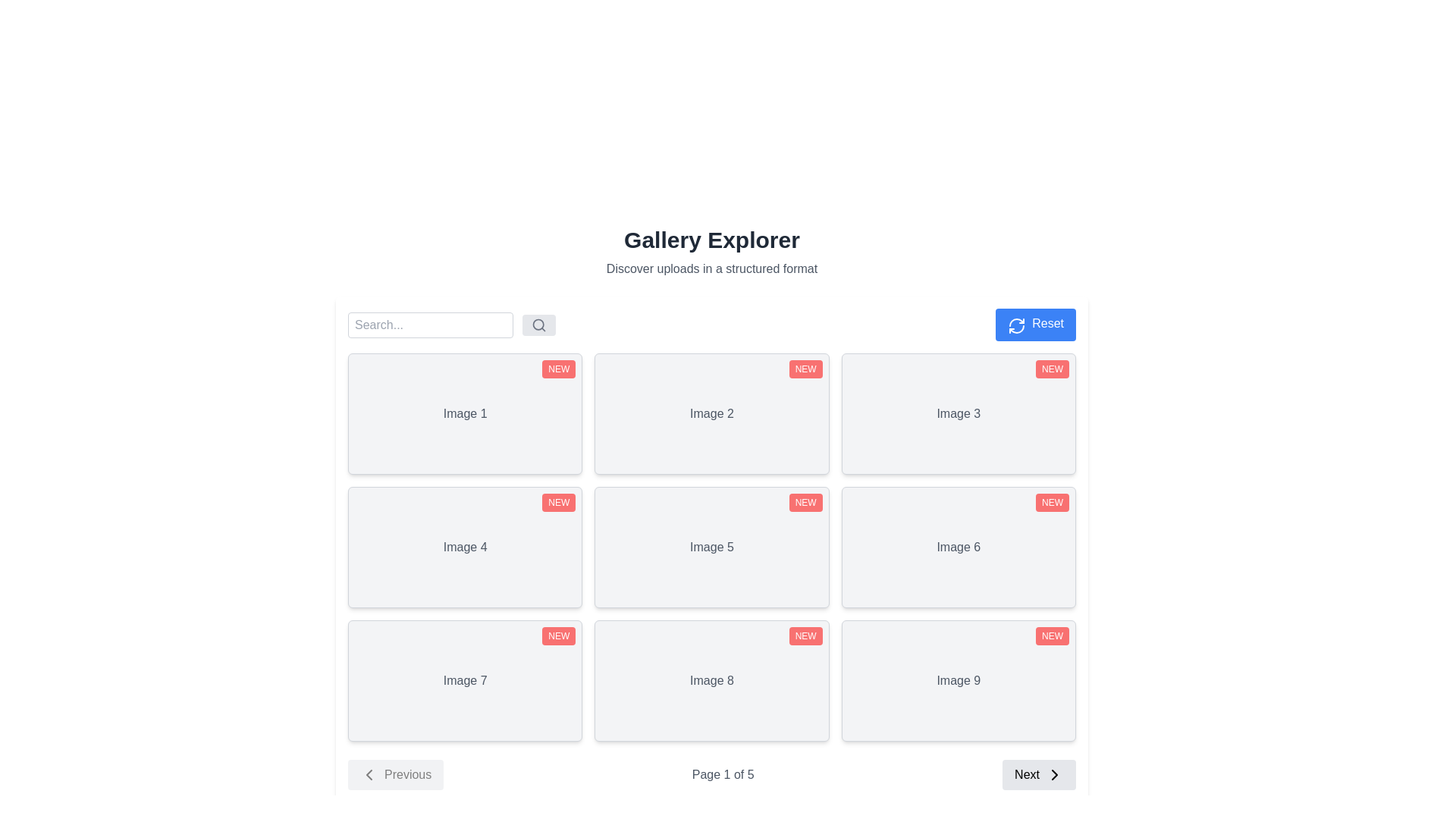 Image resolution: width=1456 pixels, height=819 pixels. I want to click on the card in the first row and third column of the grid that features a 'NEW' badge, indicating its recent addition, so click(958, 414).